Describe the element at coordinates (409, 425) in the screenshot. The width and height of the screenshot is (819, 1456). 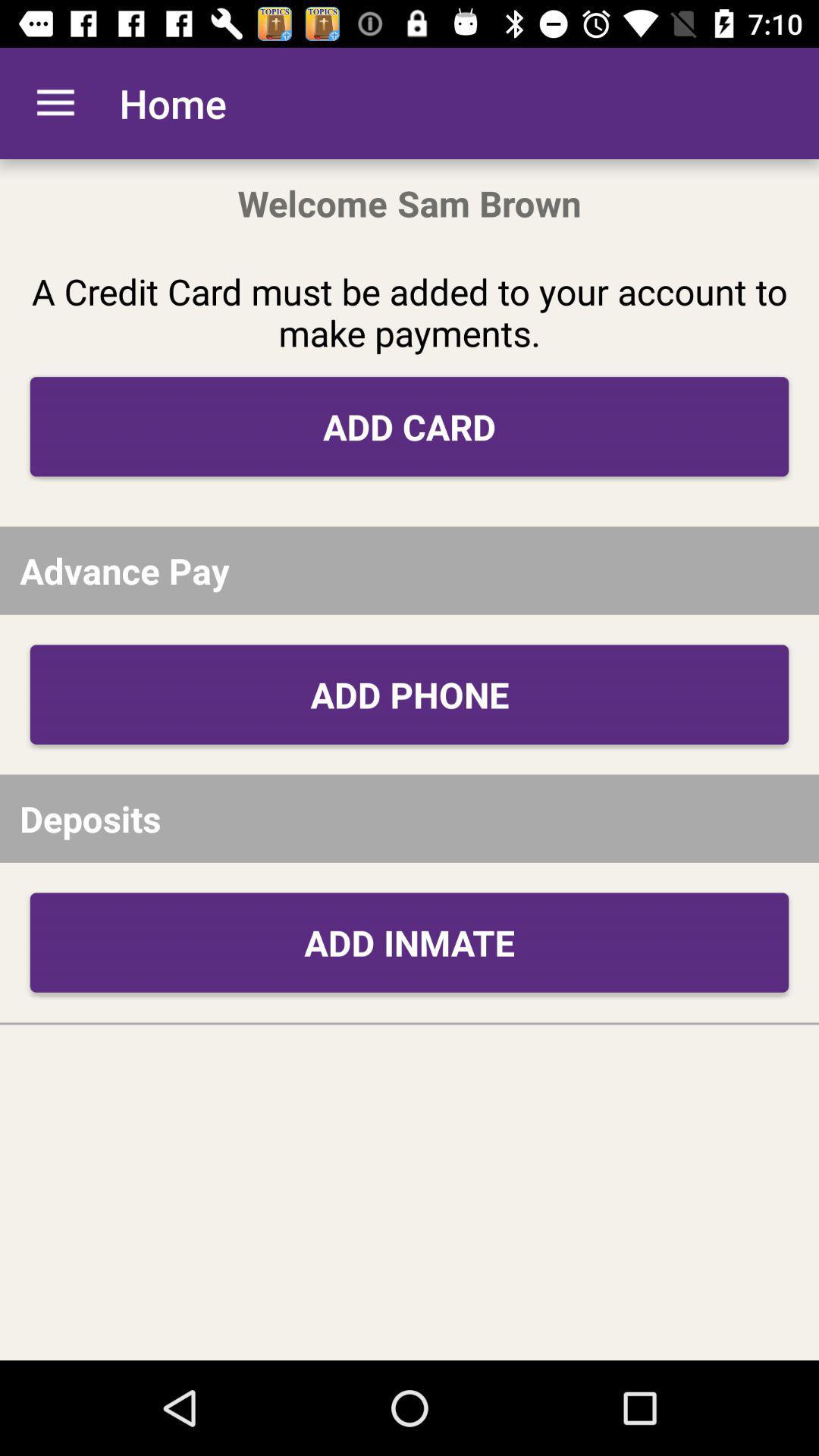
I see `add card` at that location.